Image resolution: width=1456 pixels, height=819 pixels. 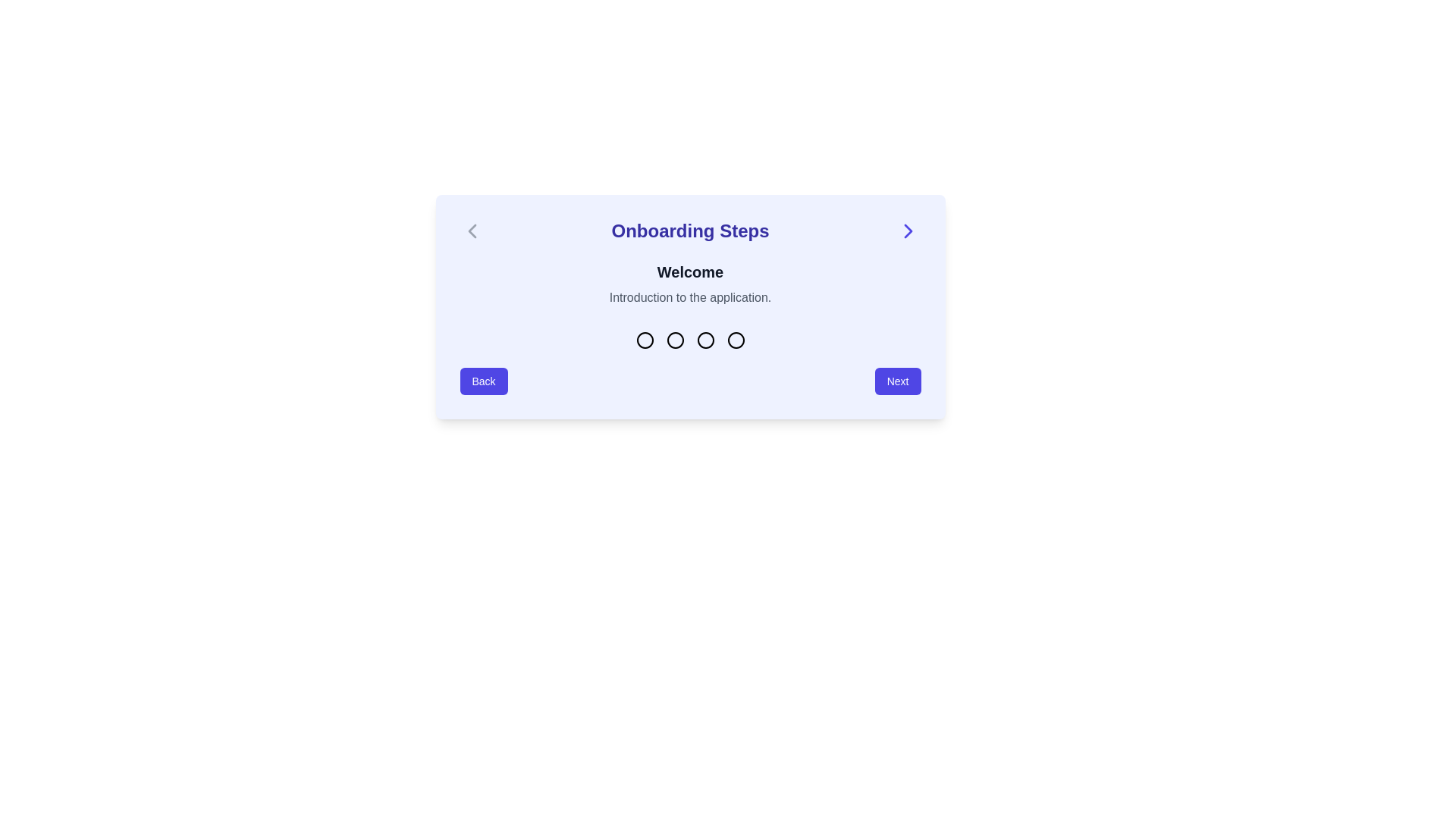 What do you see at coordinates (689, 231) in the screenshot?
I see `display text of the Header with inline navigation controls located at the top of the onboarding process steps card` at bounding box center [689, 231].